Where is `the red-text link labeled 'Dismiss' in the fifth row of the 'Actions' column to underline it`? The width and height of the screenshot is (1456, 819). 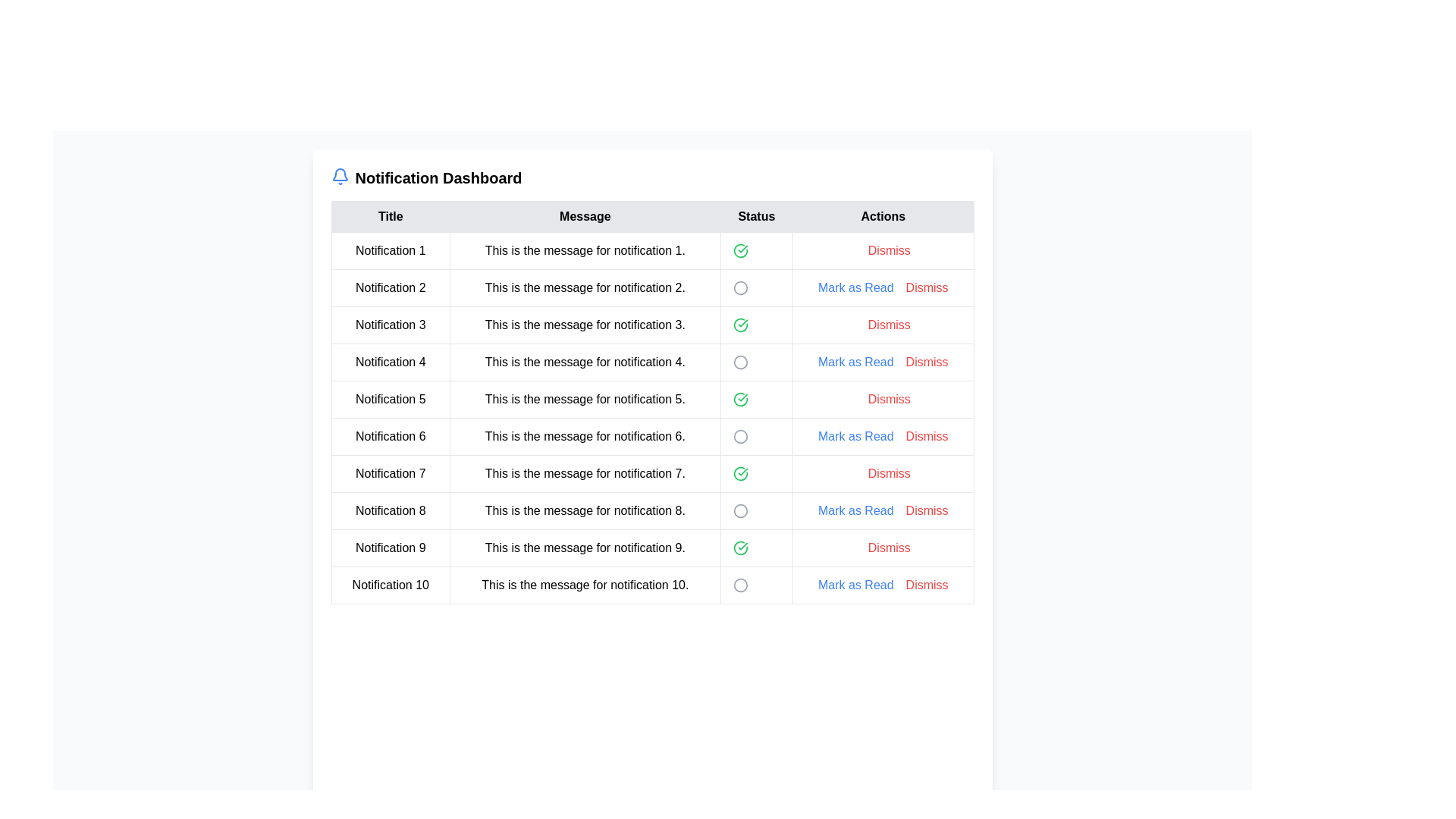 the red-text link labeled 'Dismiss' in the fifth row of the 'Actions' column to underline it is located at coordinates (889, 399).